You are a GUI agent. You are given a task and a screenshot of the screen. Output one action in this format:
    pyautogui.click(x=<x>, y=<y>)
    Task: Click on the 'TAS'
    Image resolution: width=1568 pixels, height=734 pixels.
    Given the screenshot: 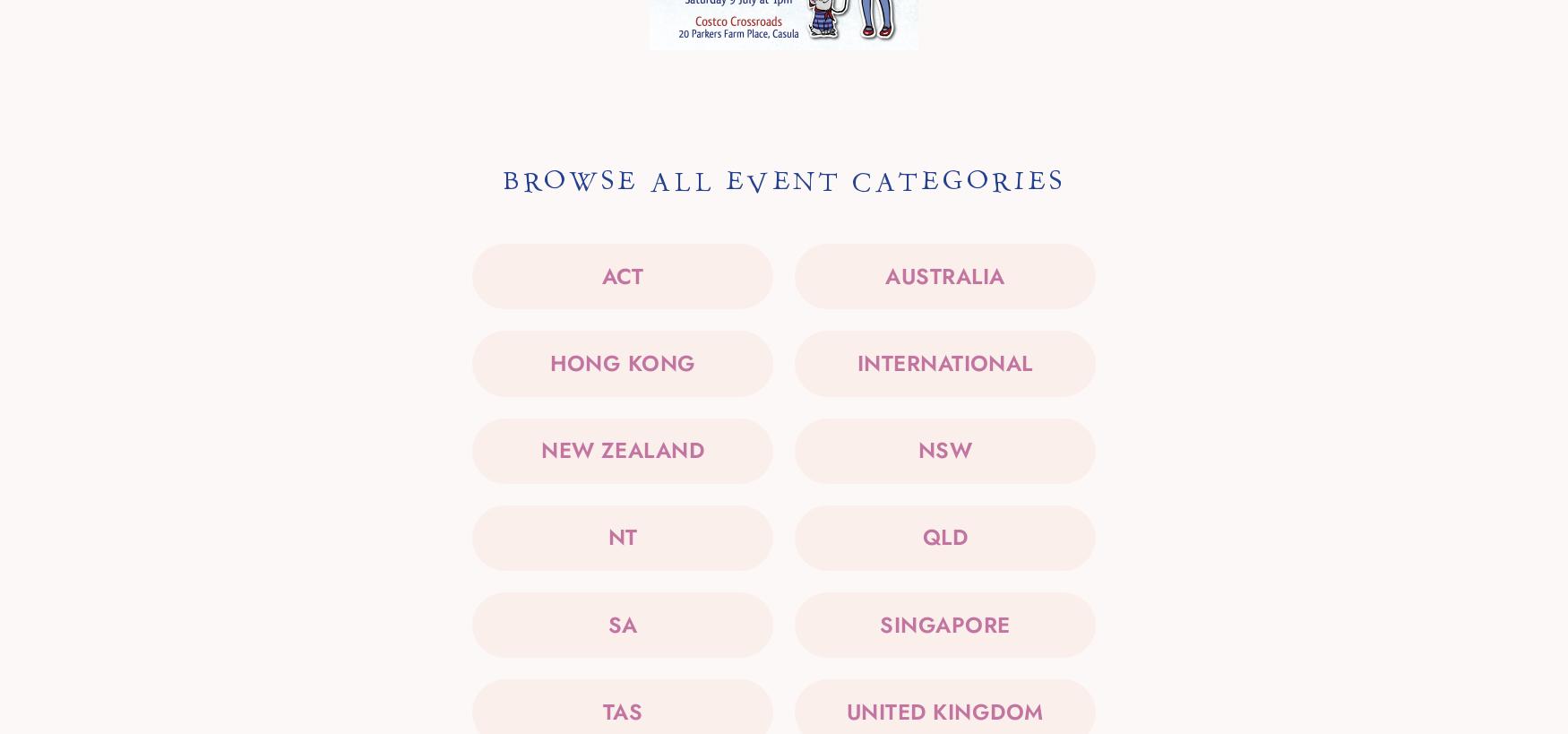 What is the action you would take?
    pyautogui.click(x=622, y=711)
    